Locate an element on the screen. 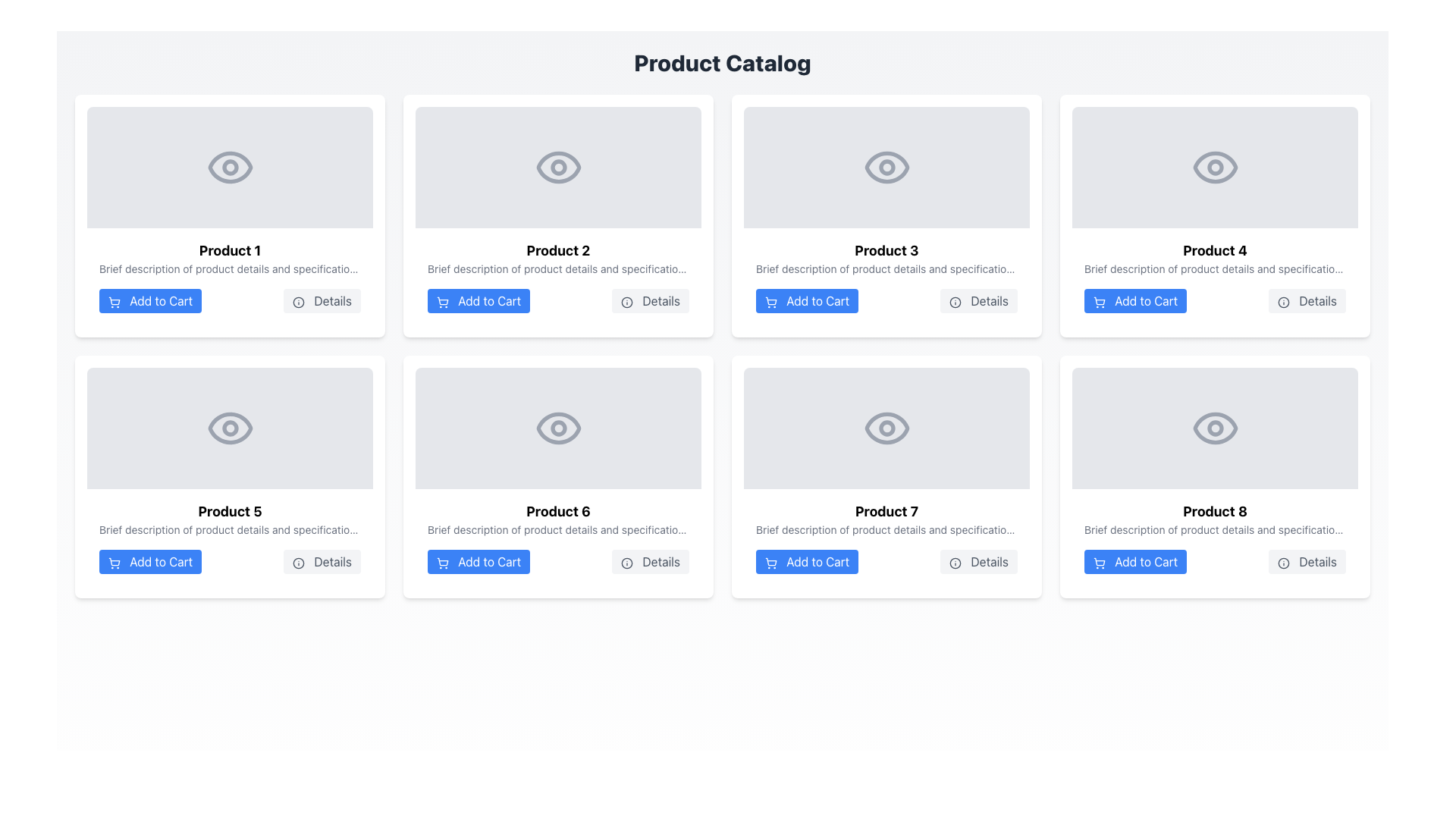 Image resolution: width=1456 pixels, height=819 pixels. the 'Add to Cart' button with a blue background and white text, which features a shopping cart icon on the left side is located at coordinates (1135, 301).